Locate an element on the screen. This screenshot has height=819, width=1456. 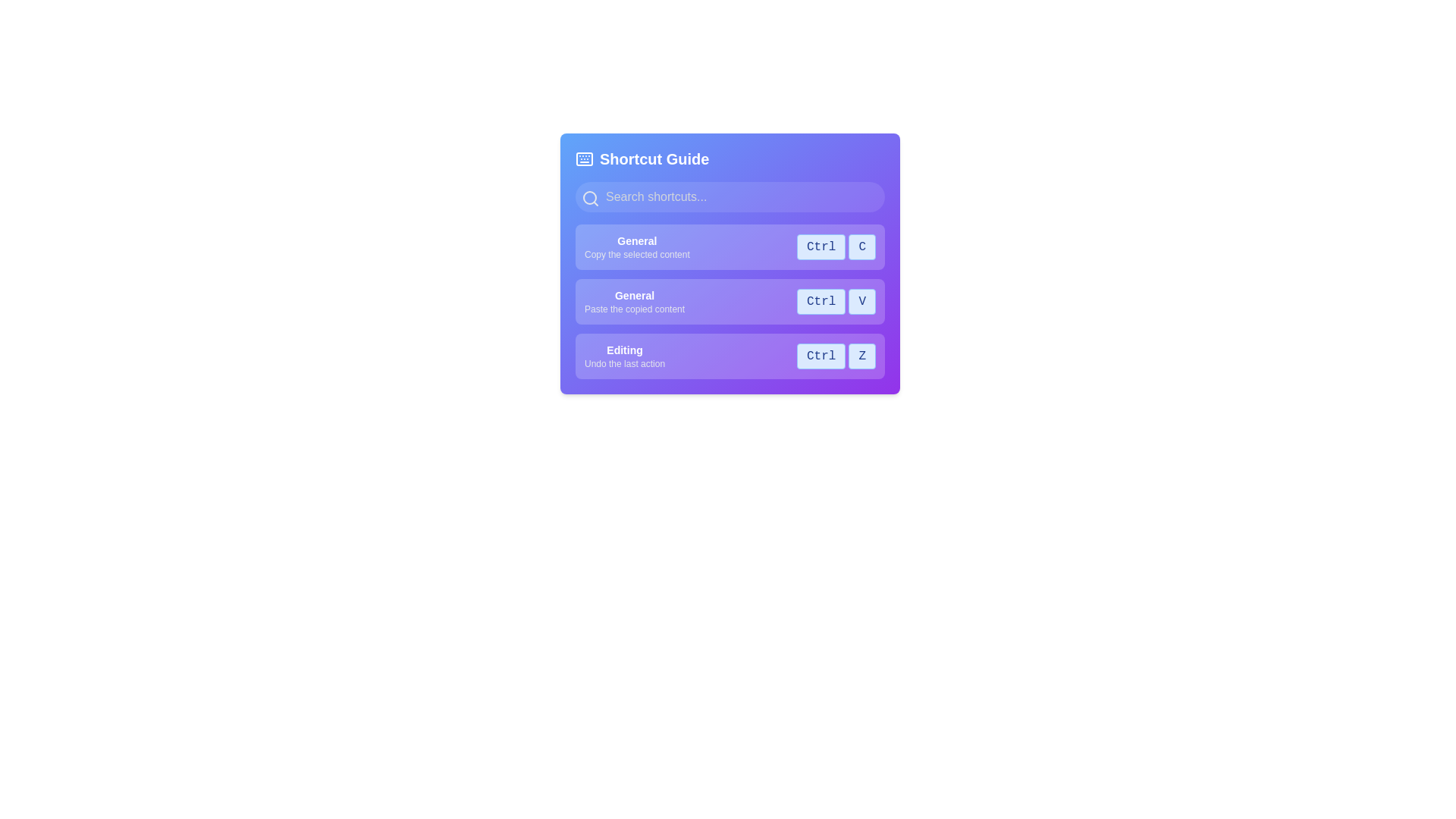
the 'Editing' text description label, which is the bottommost entry in the 'Shortcut Guide' interface, displaying a bold title in white and a smaller instruction in gray on a purple background is located at coordinates (625, 356).